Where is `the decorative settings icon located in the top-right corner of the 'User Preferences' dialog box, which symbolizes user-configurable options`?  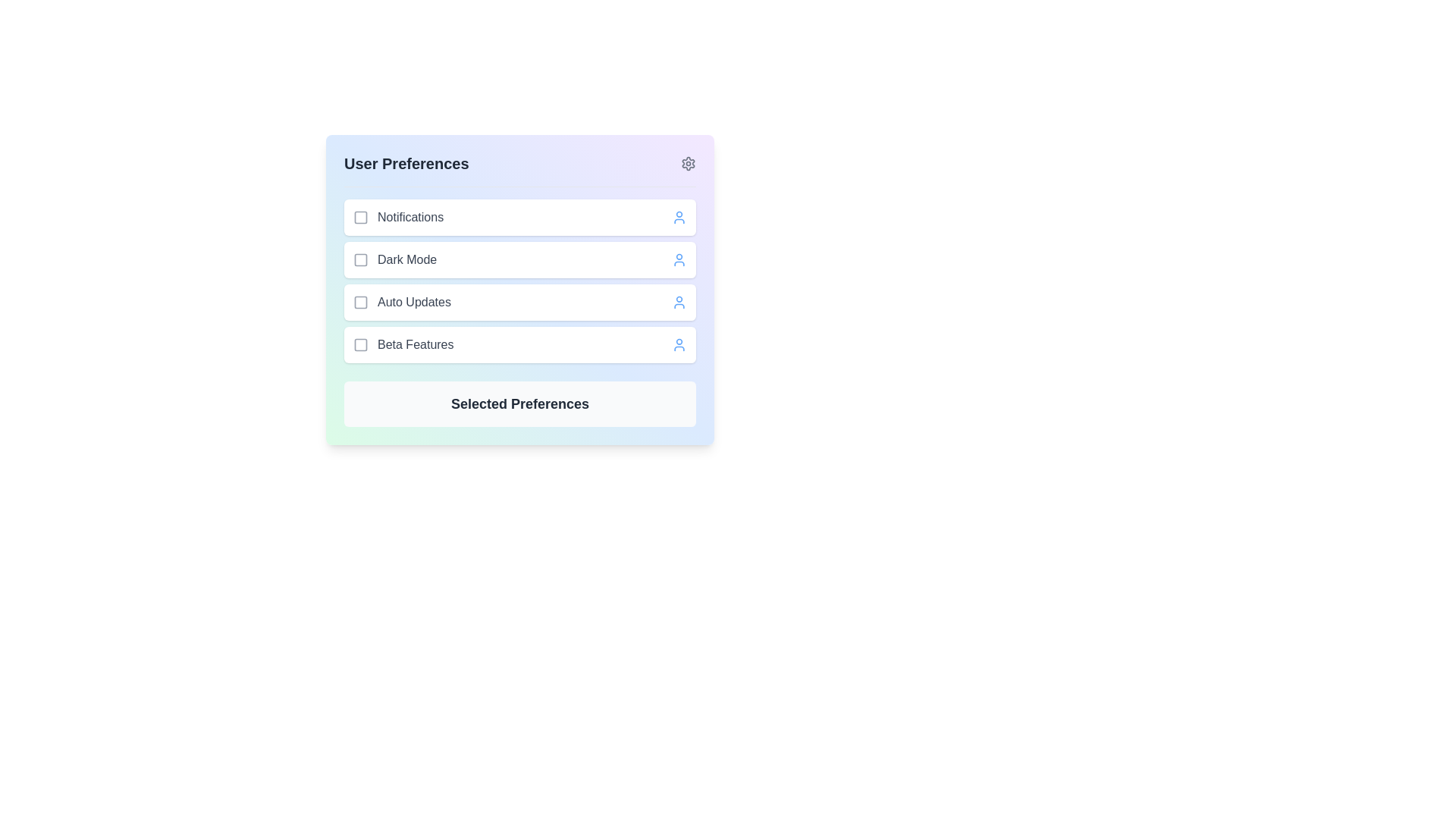 the decorative settings icon located in the top-right corner of the 'User Preferences' dialog box, which symbolizes user-configurable options is located at coordinates (687, 164).